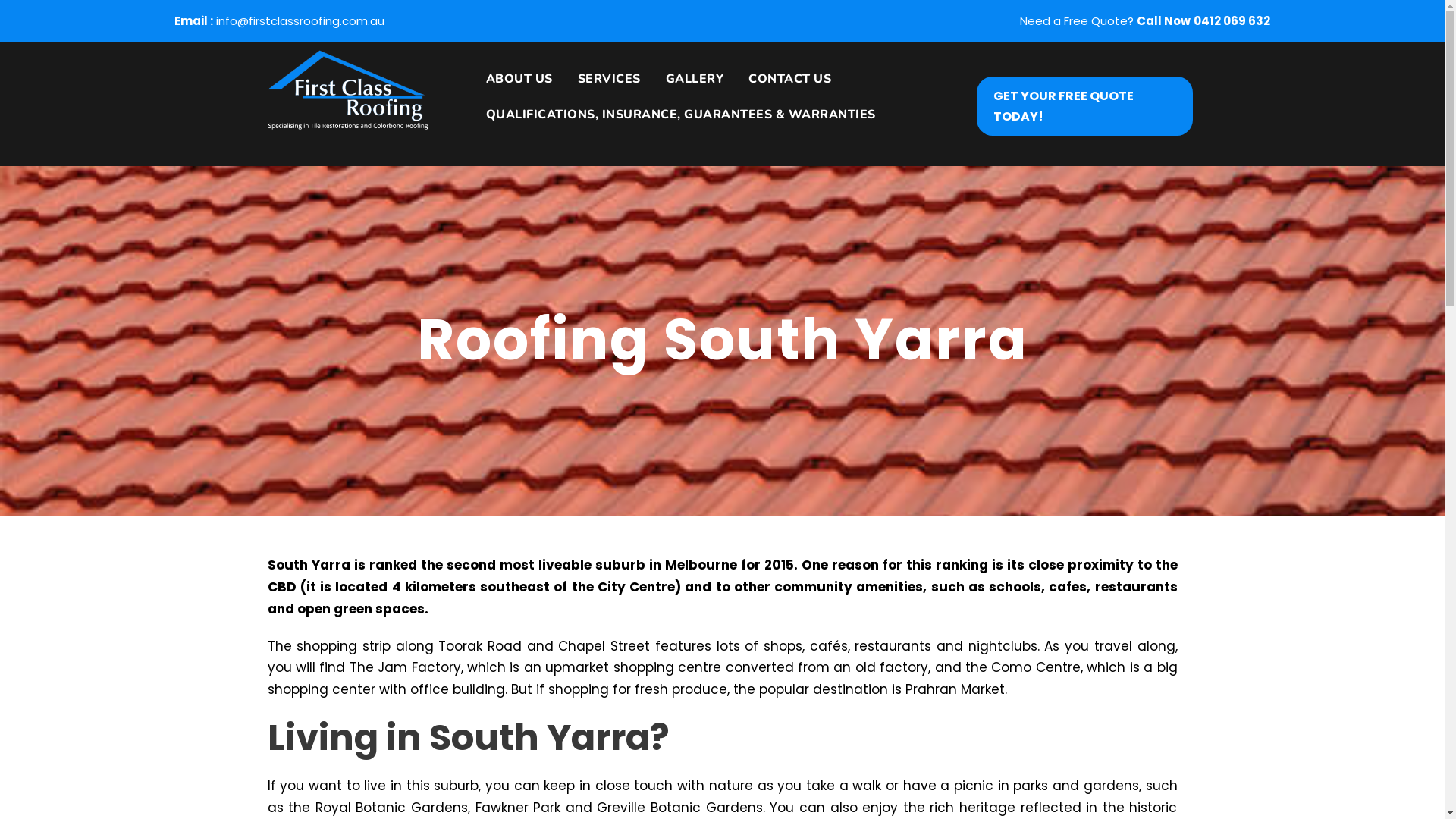  I want to click on 'QUALIFICATIONS, INSURANCE, GUARANTEES & WARRANTIES', so click(674, 121).